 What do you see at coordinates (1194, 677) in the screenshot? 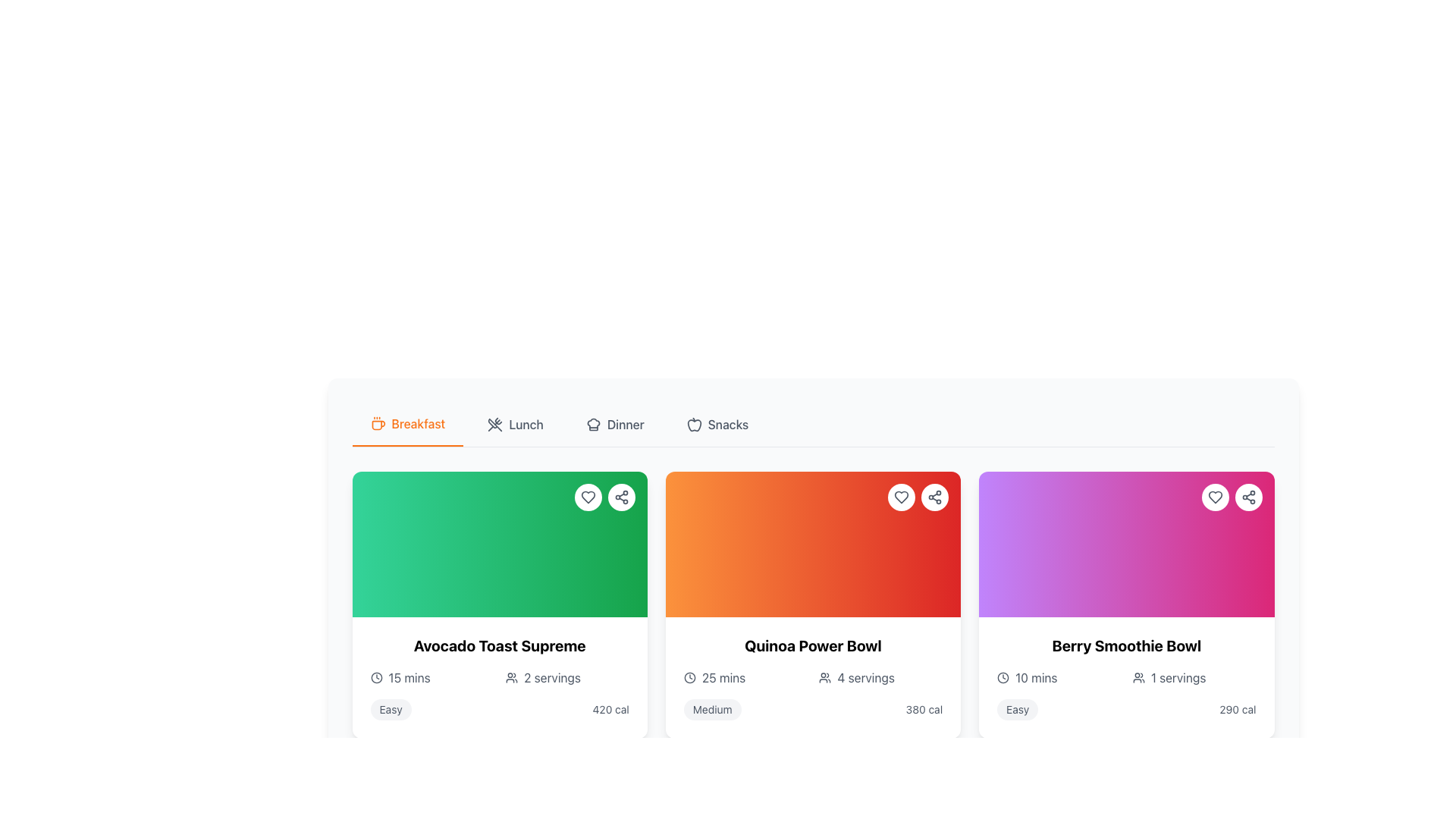
I see `quantity of servings indicated by the textual label with an icon, located below the 'Berry Smoothie Bowl' recipe title and above the calorie count` at bounding box center [1194, 677].